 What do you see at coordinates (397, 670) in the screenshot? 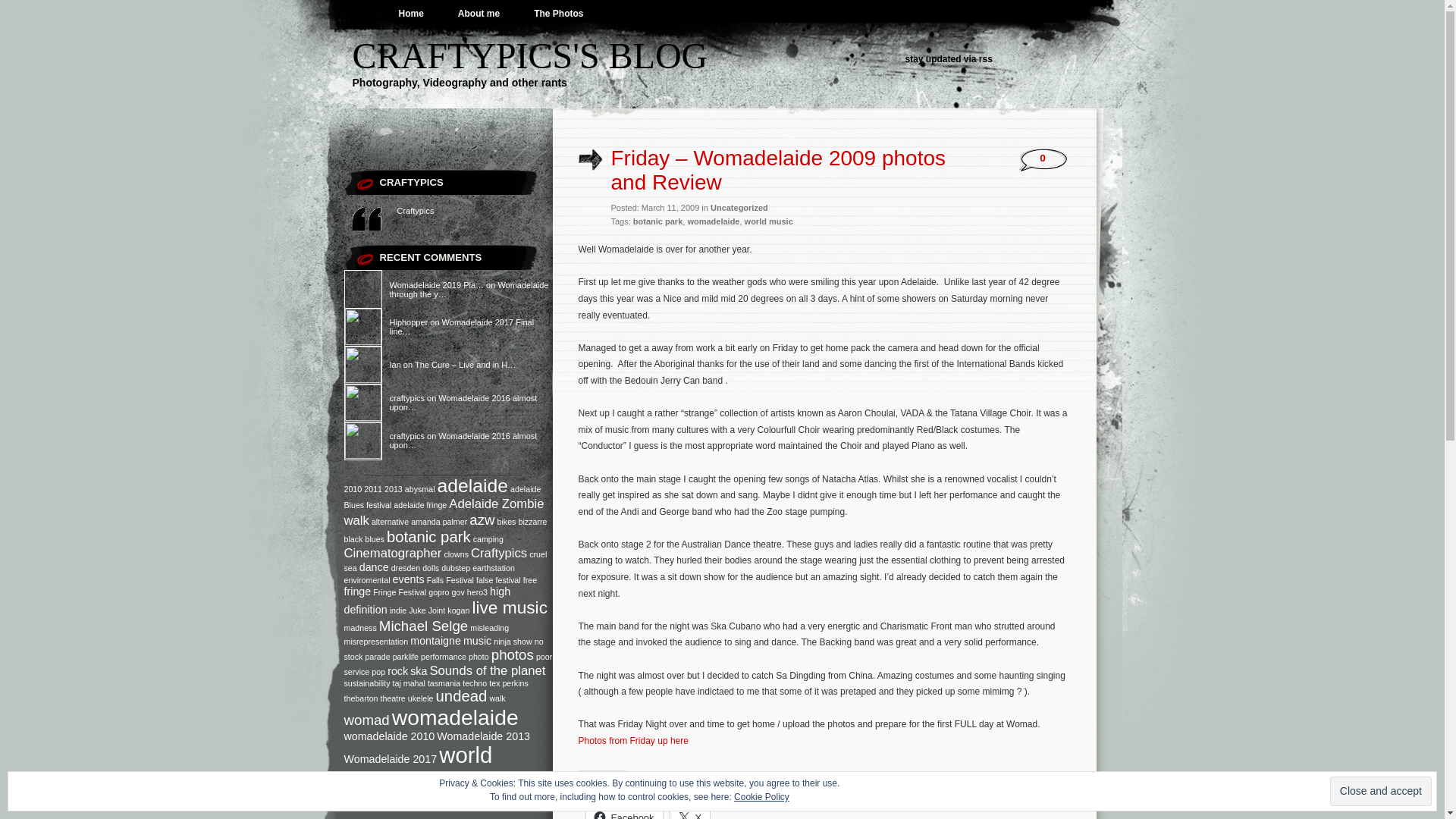
I see `'rock'` at bounding box center [397, 670].